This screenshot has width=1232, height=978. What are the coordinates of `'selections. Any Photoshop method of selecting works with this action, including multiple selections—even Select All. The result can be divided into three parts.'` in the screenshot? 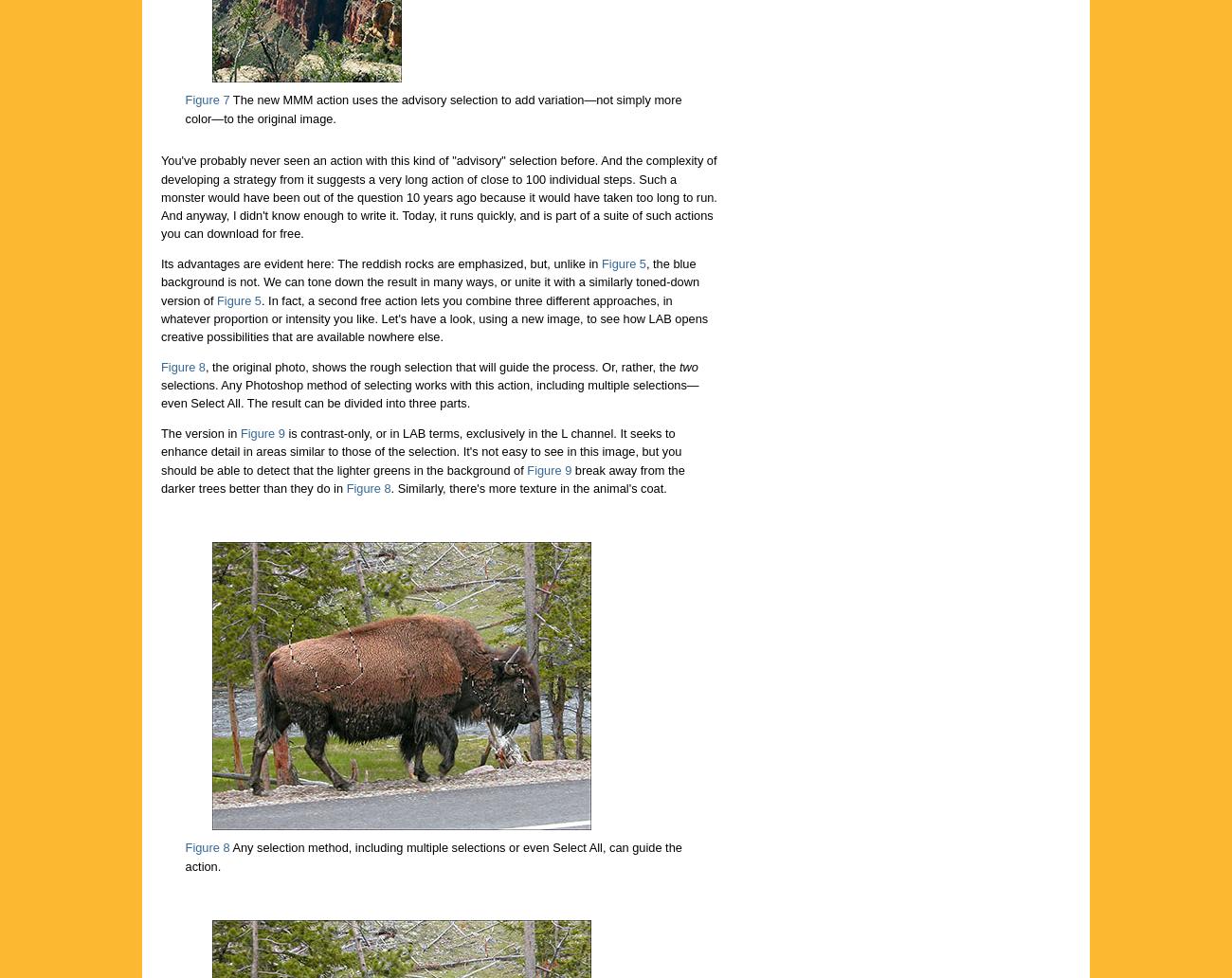 It's located at (428, 392).